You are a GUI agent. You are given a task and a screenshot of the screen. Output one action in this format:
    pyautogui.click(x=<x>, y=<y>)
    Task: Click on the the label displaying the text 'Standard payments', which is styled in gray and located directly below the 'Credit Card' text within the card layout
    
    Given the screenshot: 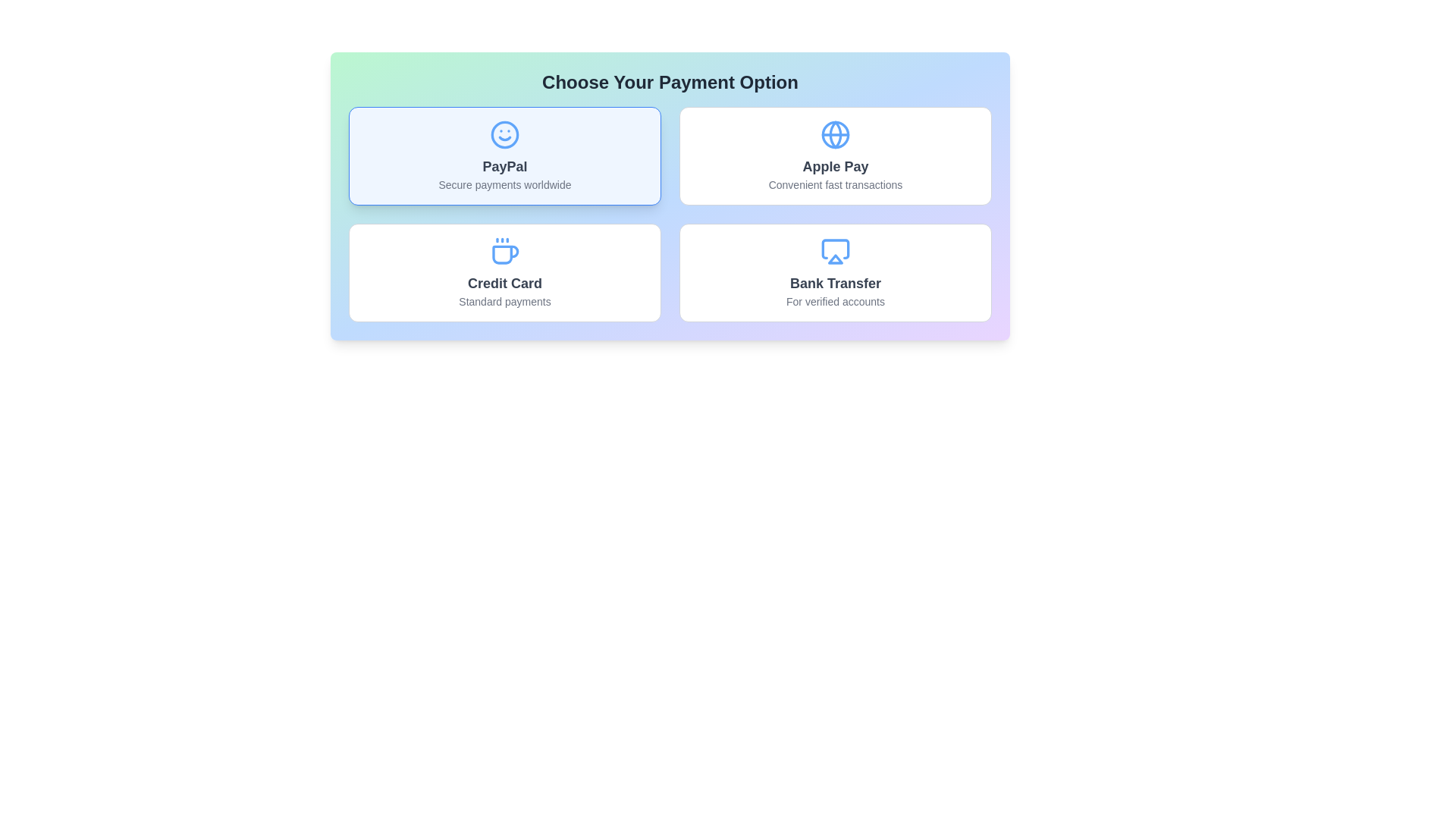 What is the action you would take?
    pyautogui.click(x=505, y=301)
    